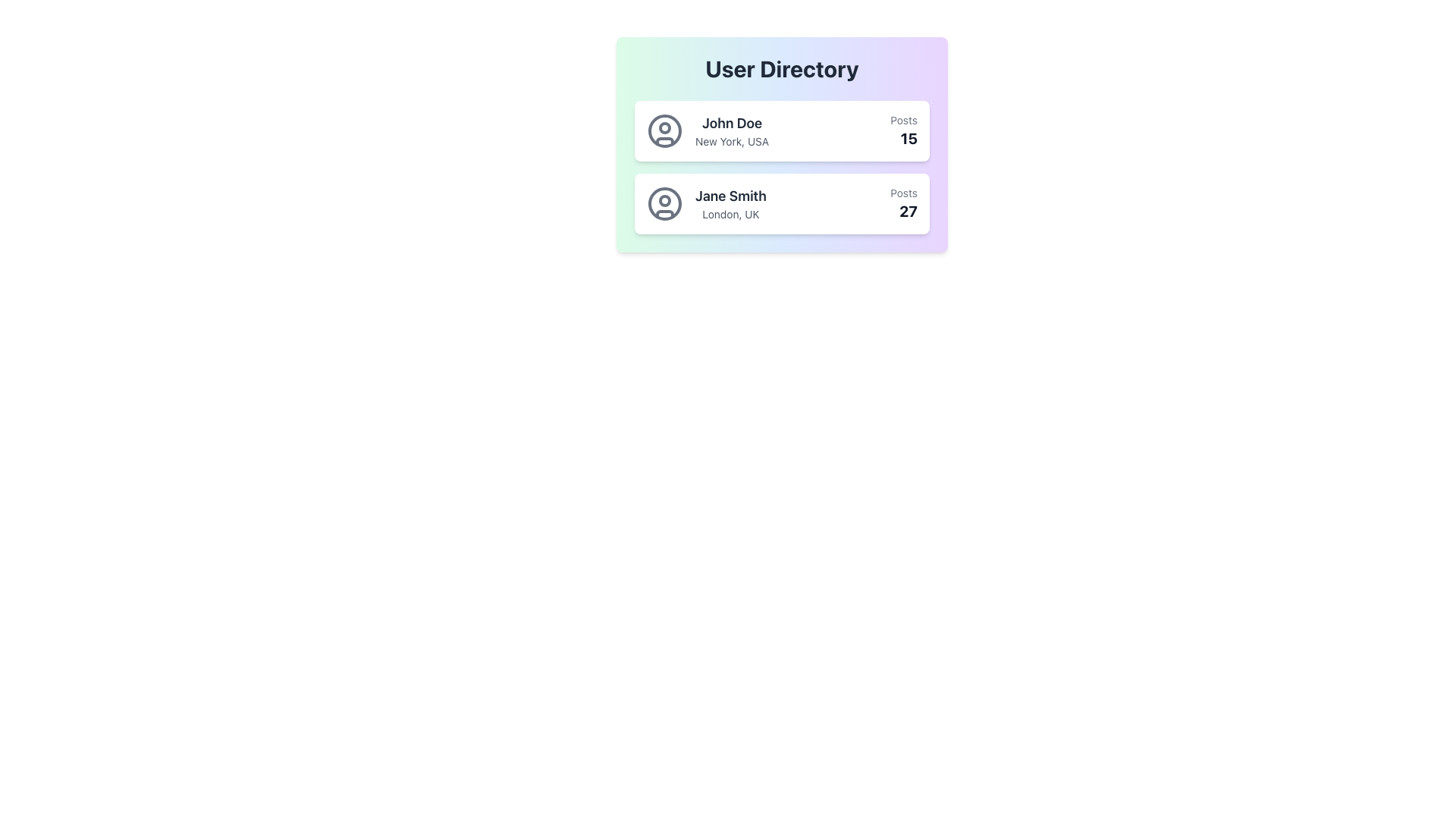 This screenshot has height=819, width=1456. I want to click on the 'Posts' text display showing the number '15' on John Doe's user card, located at the top-right corner, so click(904, 130).